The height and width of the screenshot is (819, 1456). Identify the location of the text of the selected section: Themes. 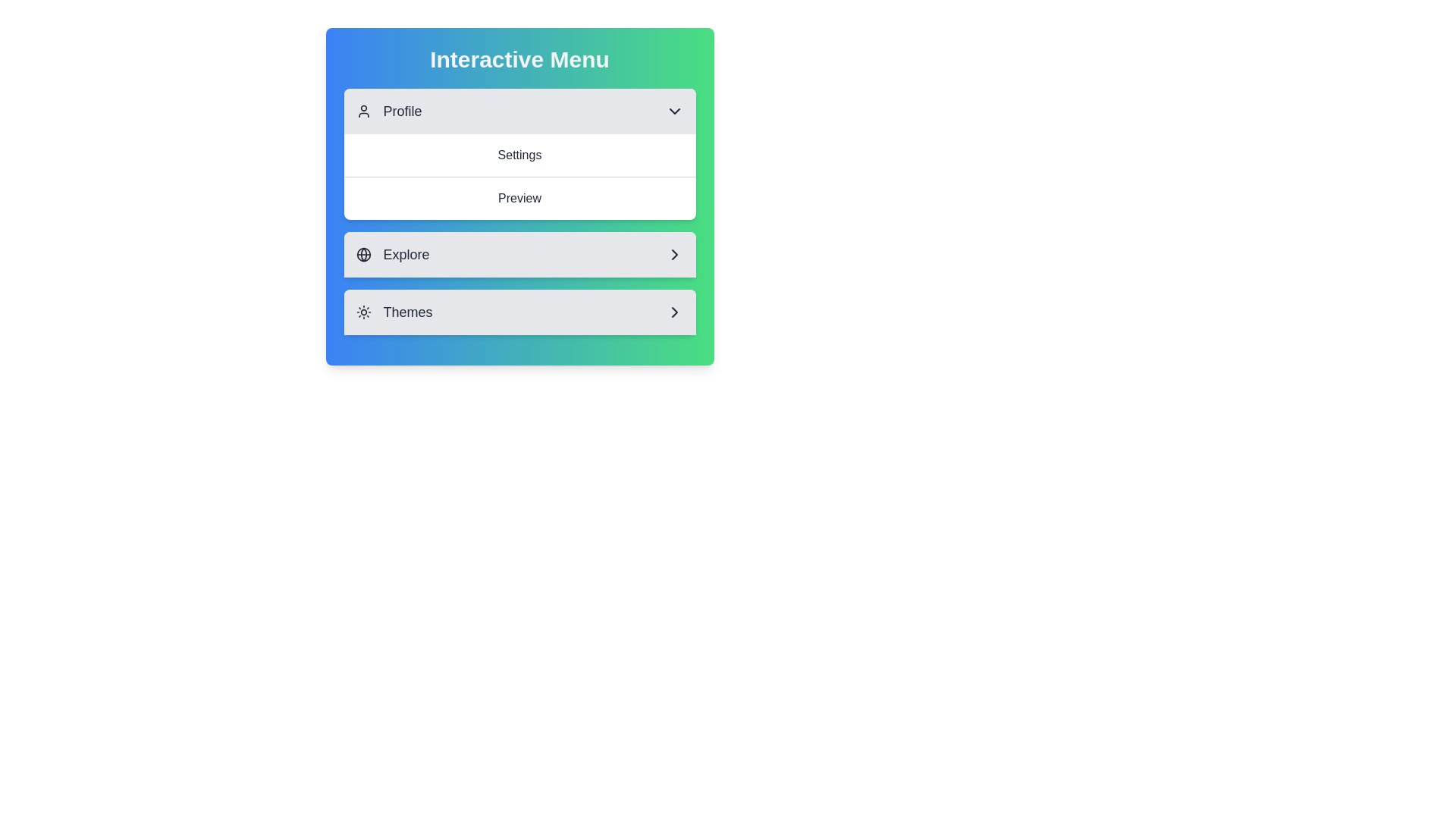
(519, 312).